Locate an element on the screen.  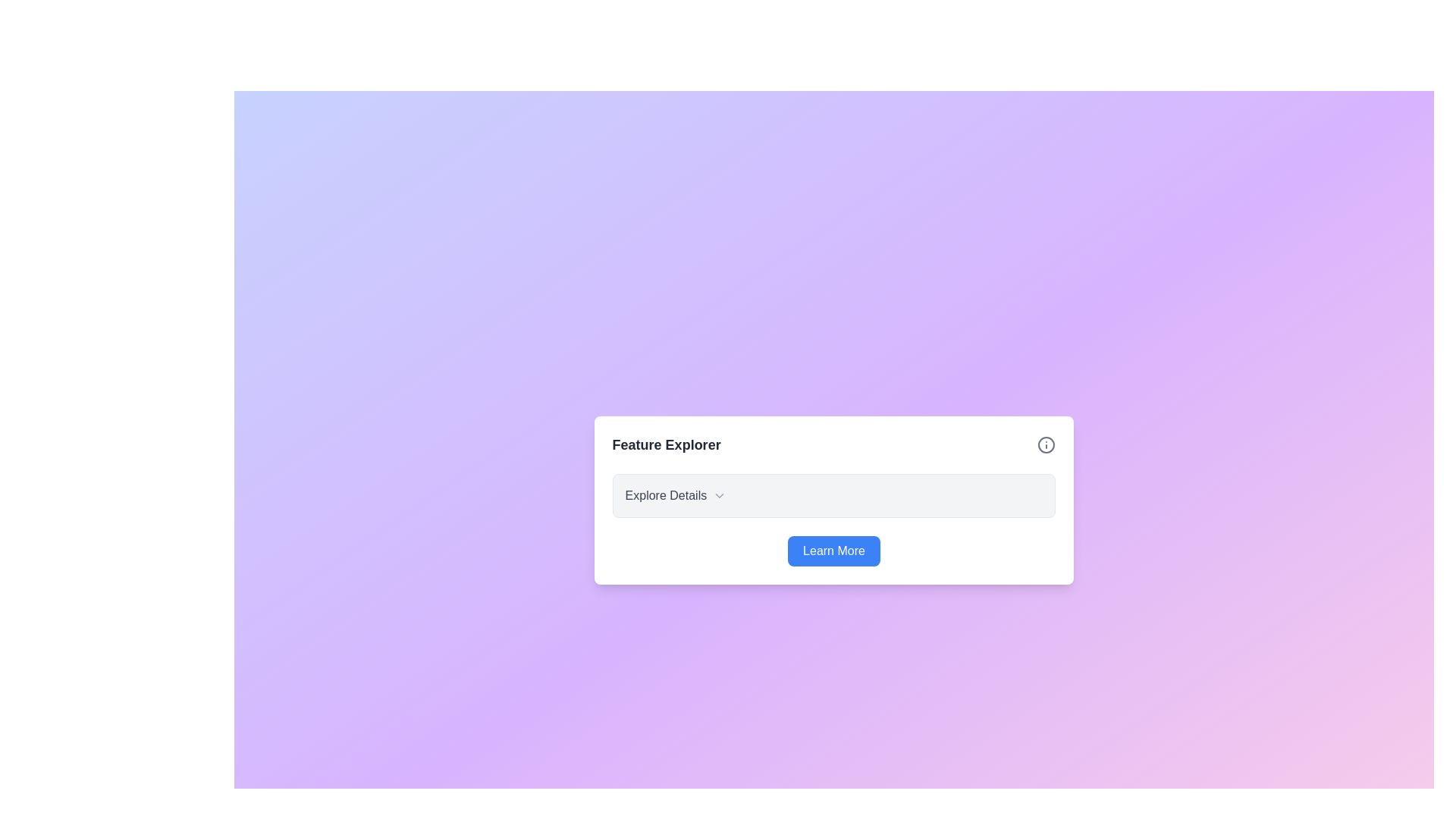
the small information icon with an 'i' character in the center, located in the top-right corner of the 'Feature Explorer' panel is located at coordinates (1046, 444).